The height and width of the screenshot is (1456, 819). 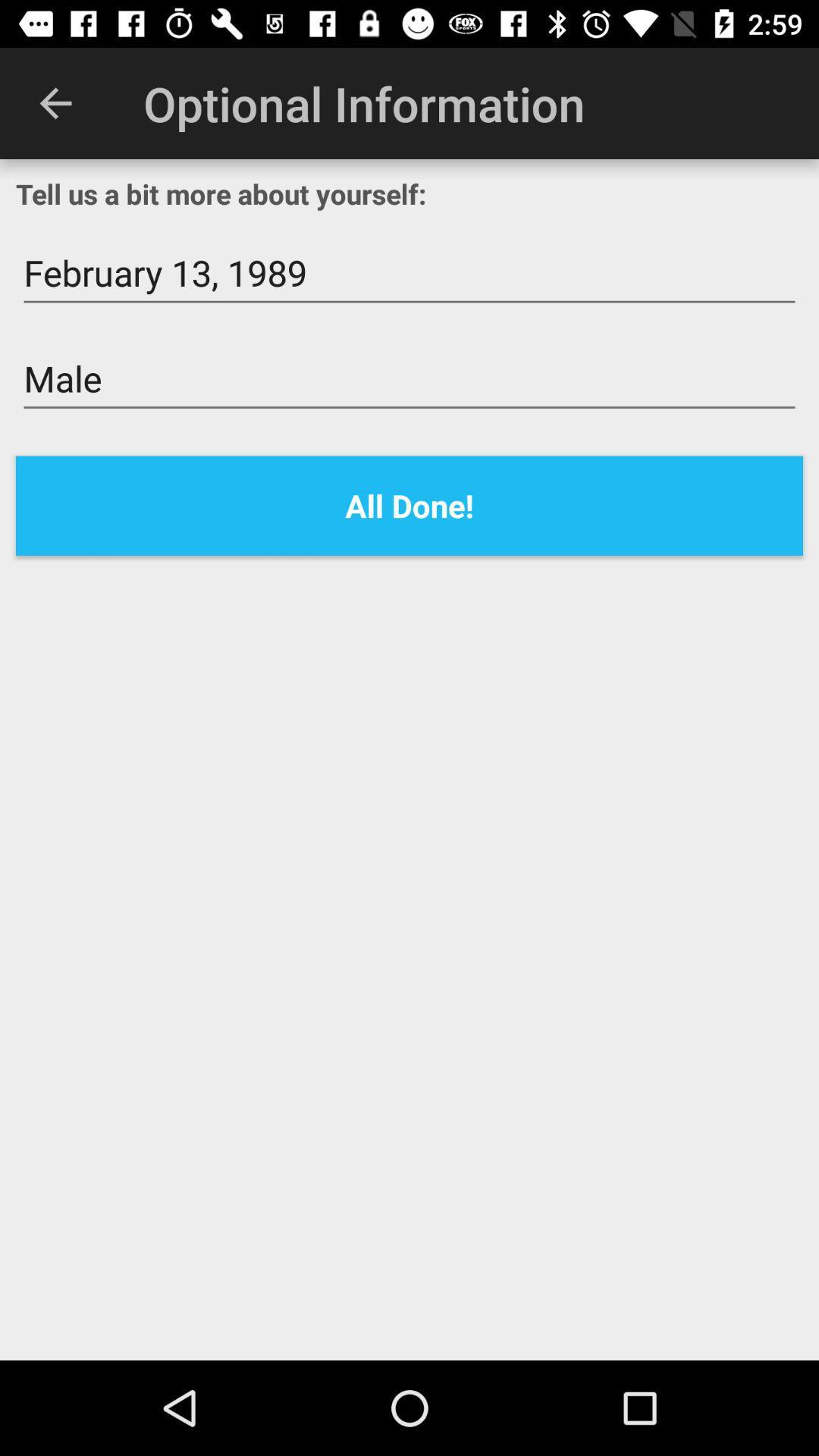 What do you see at coordinates (409, 379) in the screenshot?
I see `item above the all done!` at bounding box center [409, 379].